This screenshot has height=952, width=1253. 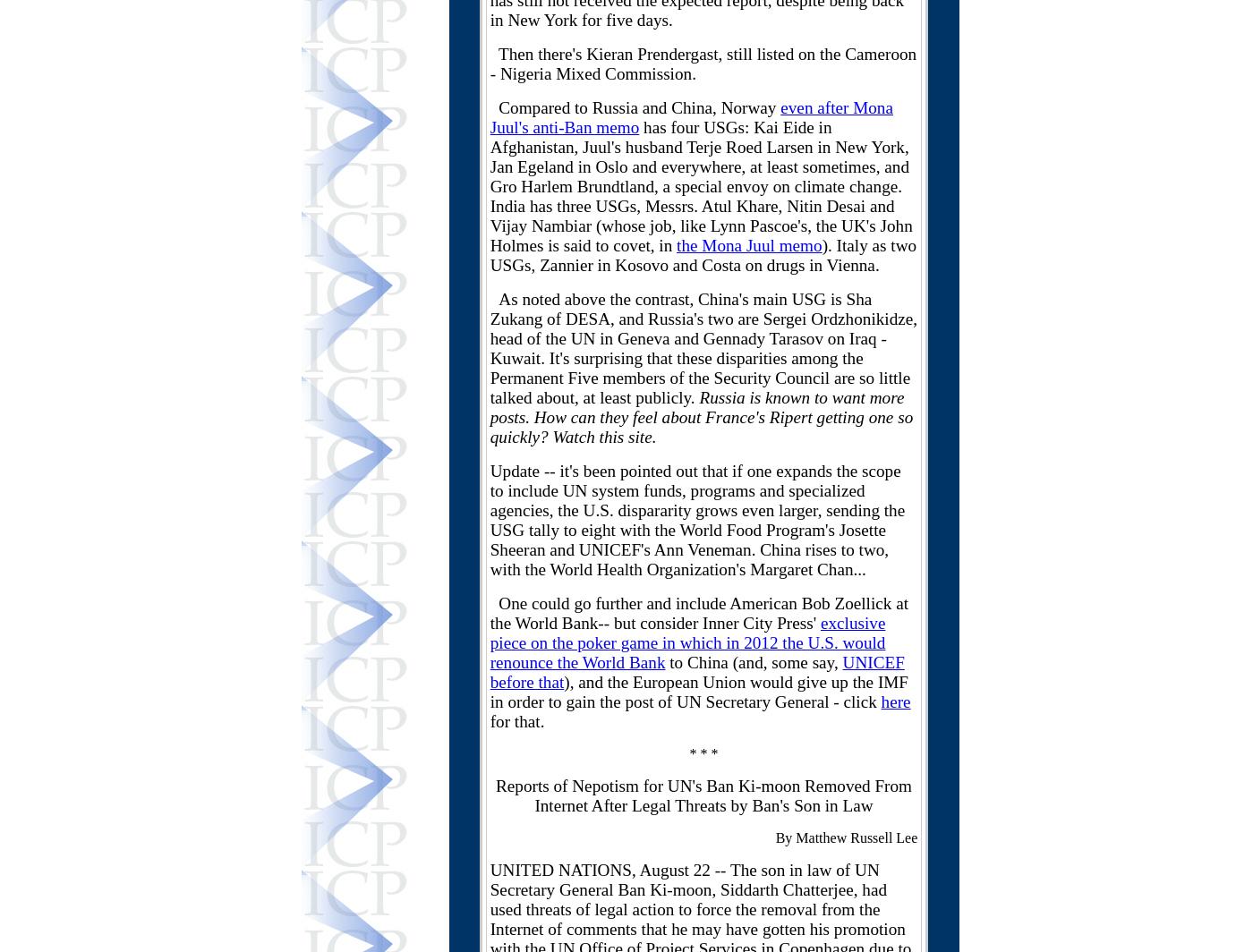 What do you see at coordinates (703, 348) in the screenshot?
I see `'As
noted above the contrast, China's main USG is Sha Zukang of DESA, and
Russia's two are Sergei Ordzhonikidze, head of the UN in Geneva and
Gennady Tarasov on Iraq - Kuwait. It's surprising that these
disparities among the Permanent Five members of the Security Council
are so little talked about, at least publicly.'` at bounding box center [703, 348].